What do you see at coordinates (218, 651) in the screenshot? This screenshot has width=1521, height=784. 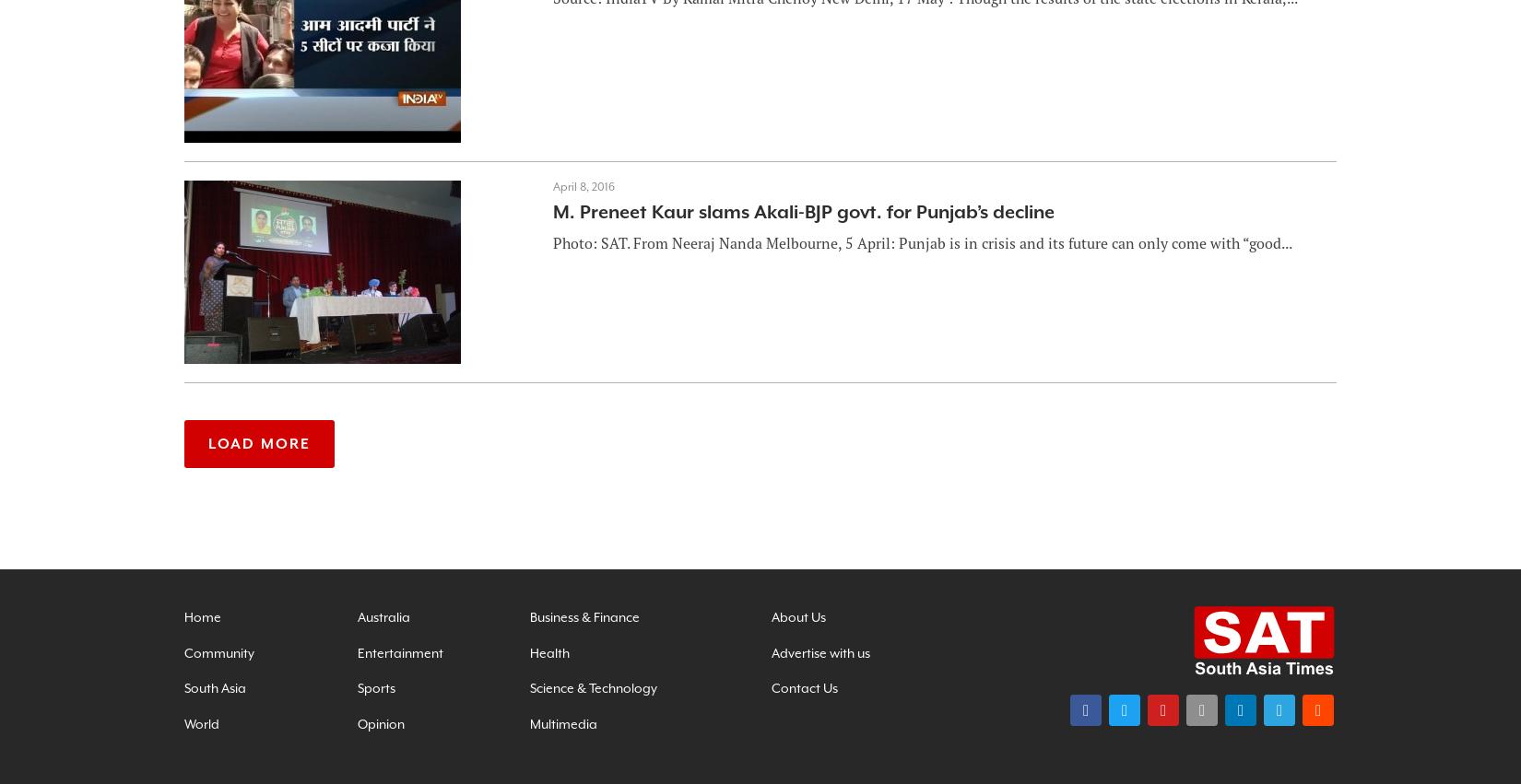 I see `'Community'` at bounding box center [218, 651].